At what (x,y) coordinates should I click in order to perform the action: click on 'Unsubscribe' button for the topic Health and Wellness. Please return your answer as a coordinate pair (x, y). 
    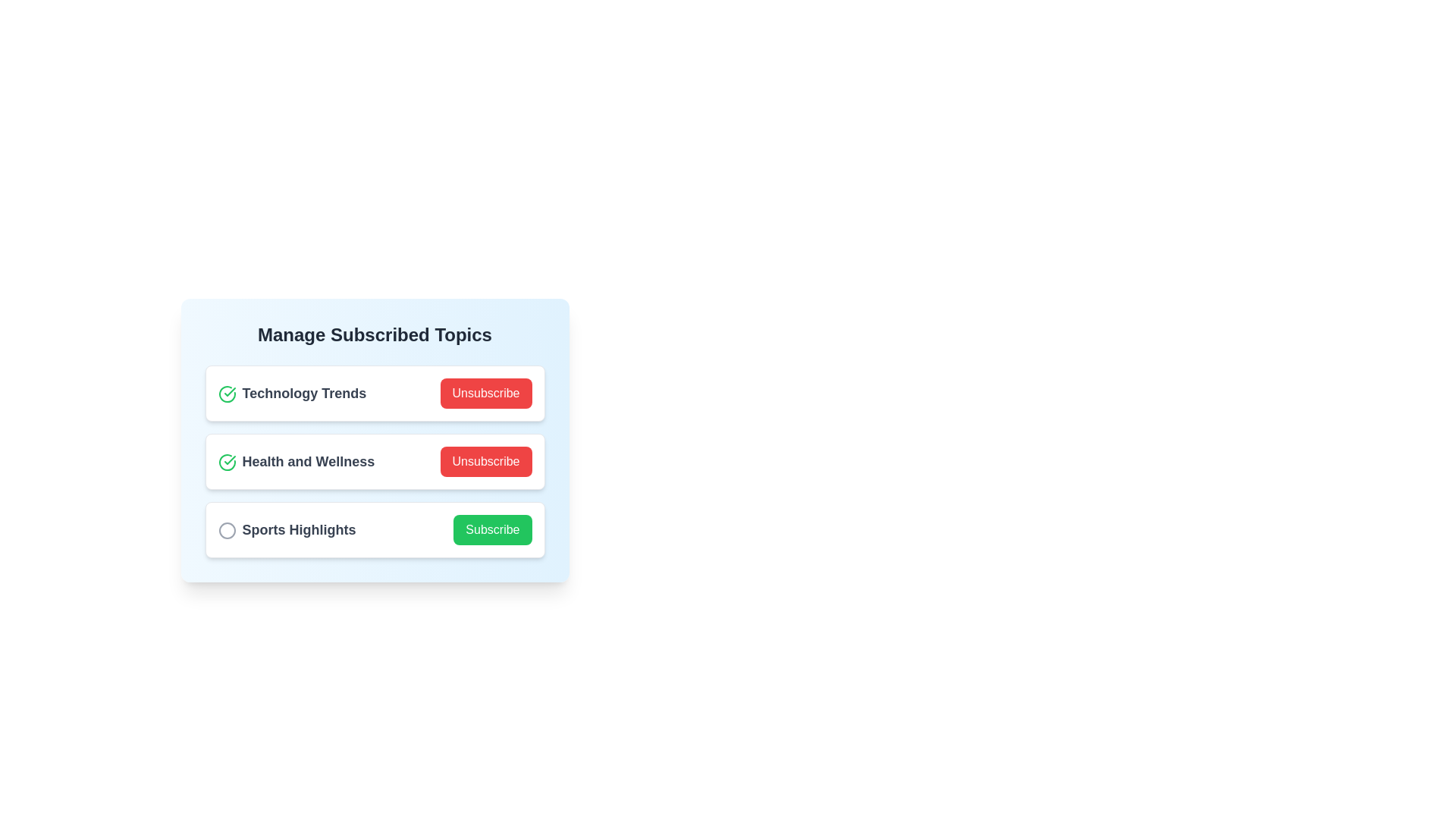
    Looking at the image, I should click on (486, 461).